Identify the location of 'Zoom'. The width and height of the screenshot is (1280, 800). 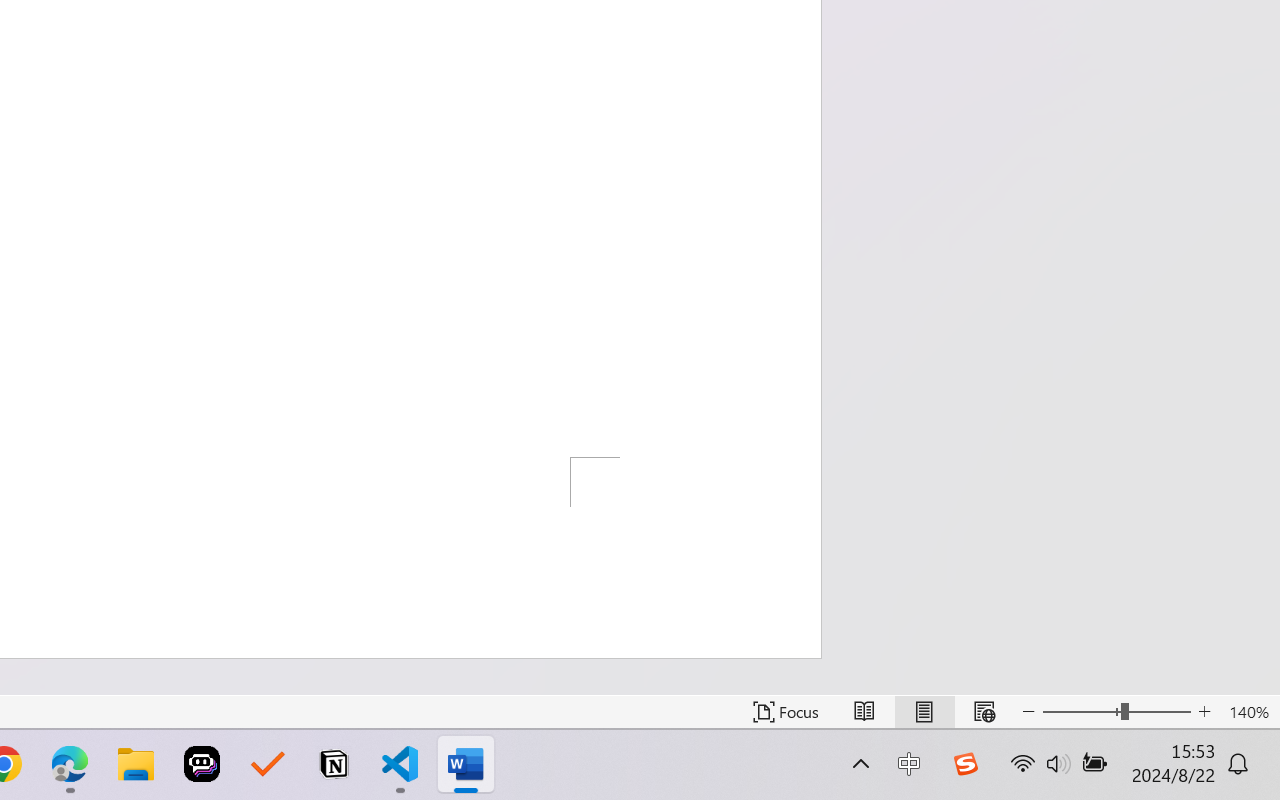
(1115, 711).